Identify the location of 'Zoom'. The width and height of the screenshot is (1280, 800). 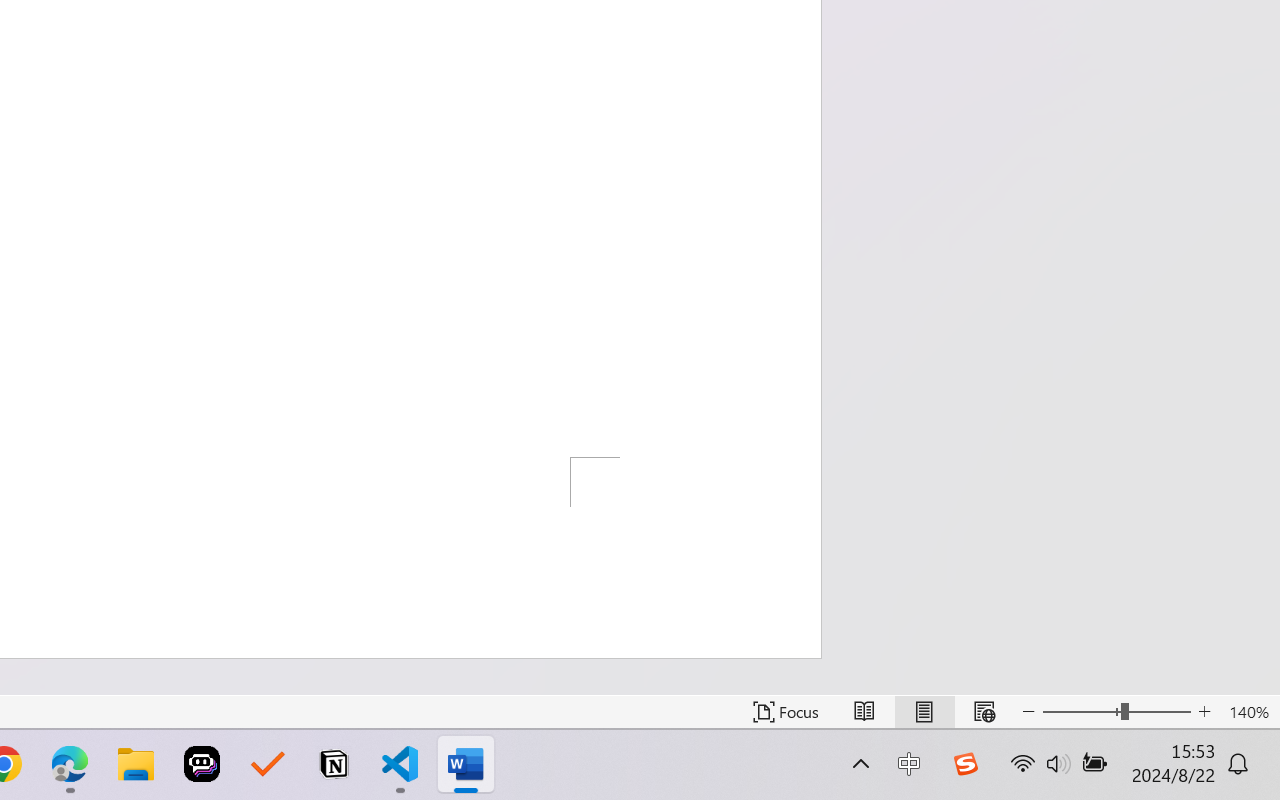
(1115, 711).